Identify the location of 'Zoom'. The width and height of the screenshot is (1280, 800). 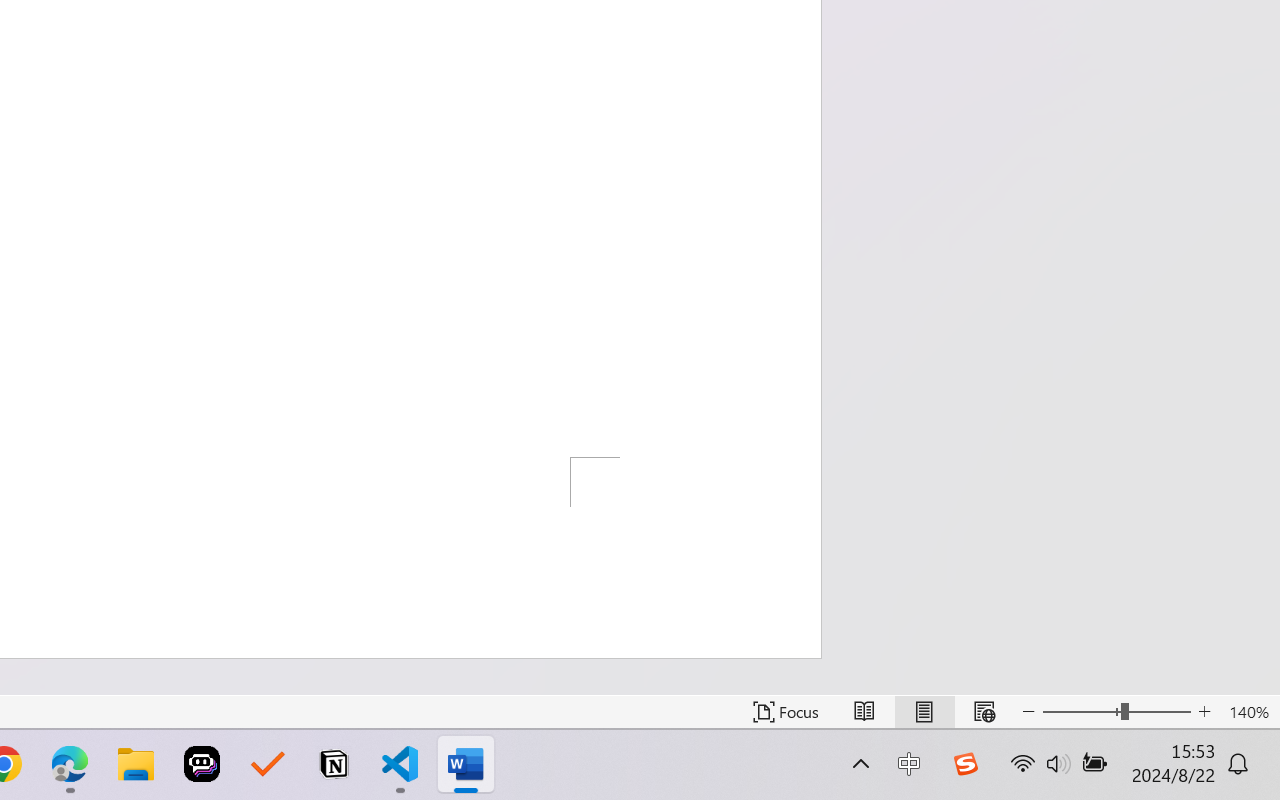
(1115, 711).